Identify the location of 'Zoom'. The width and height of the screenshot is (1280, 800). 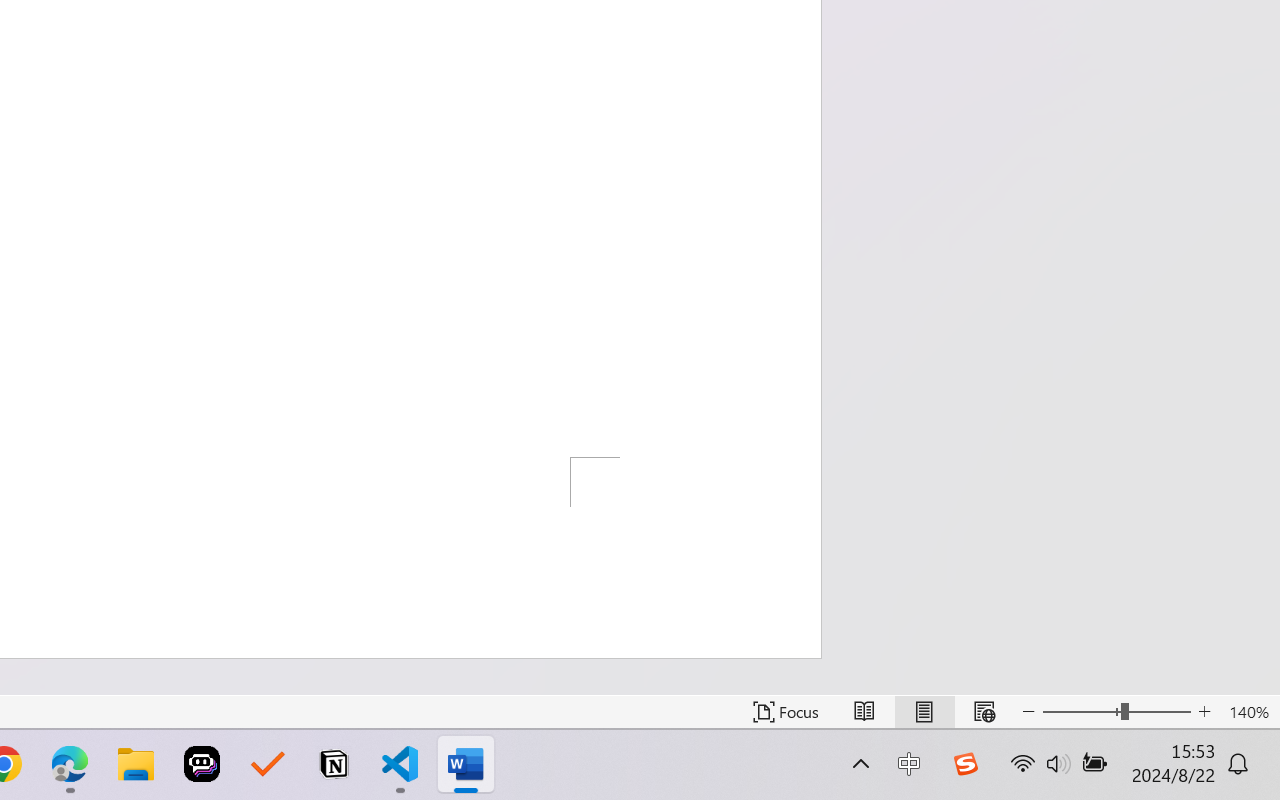
(1115, 711).